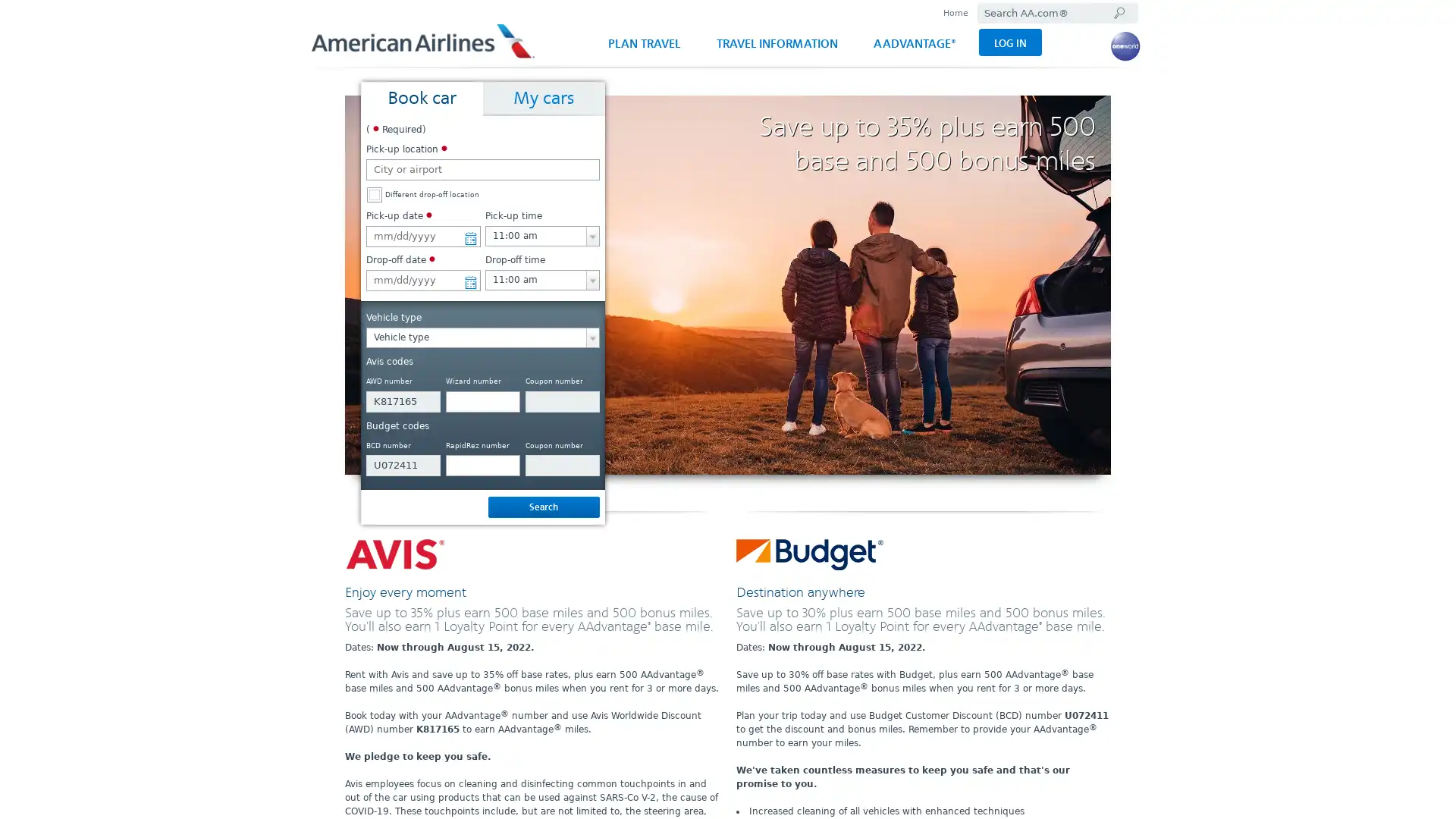  Describe the element at coordinates (469, 234) in the screenshot. I see `Open calendar: to navigate the calendar, use the control key with the arrow keys` at that location.